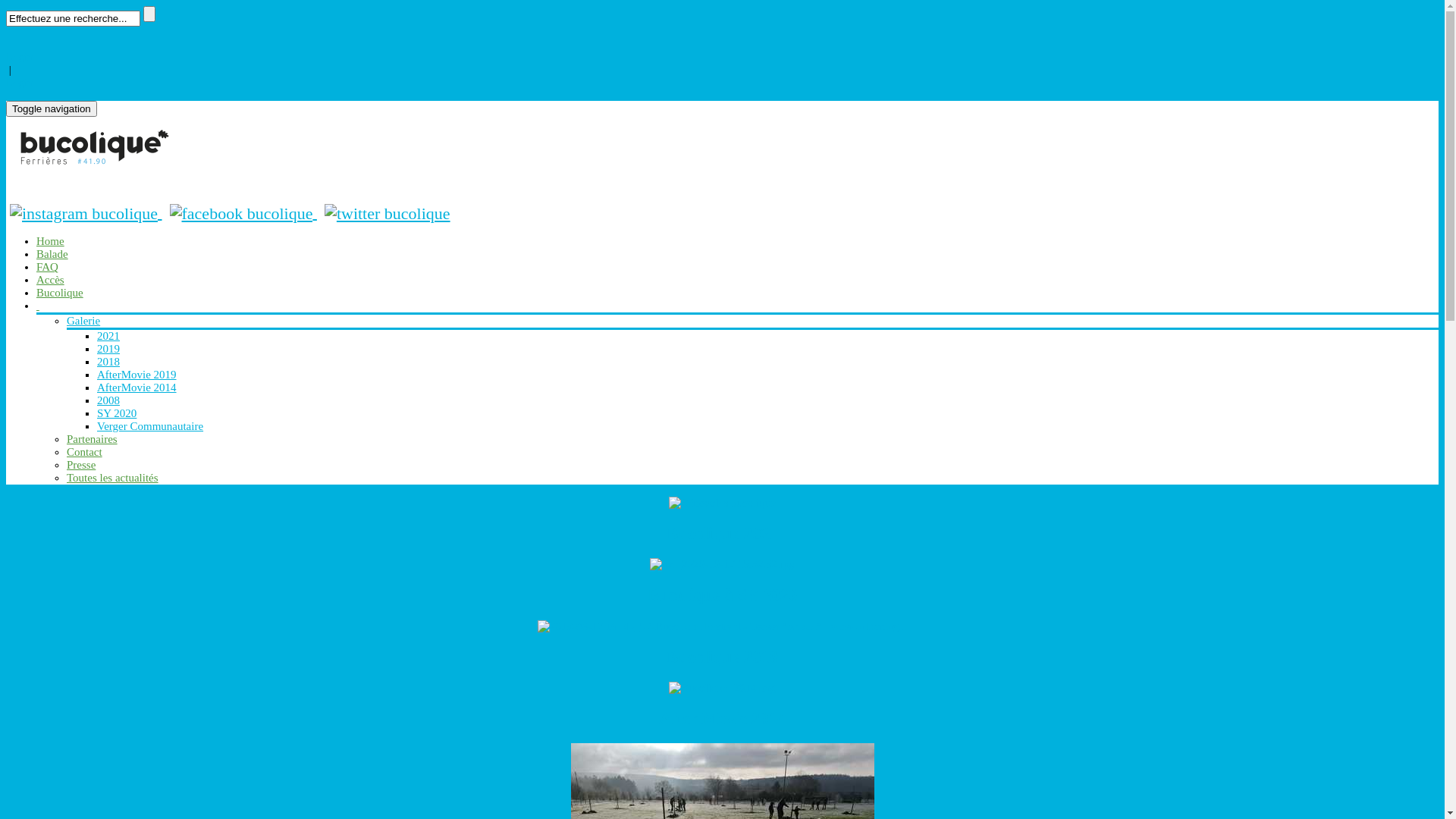 This screenshot has width=1456, height=819. What do you see at coordinates (83, 451) in the screenshot?
I see `'Contact'` at bounding box center [83, 451].